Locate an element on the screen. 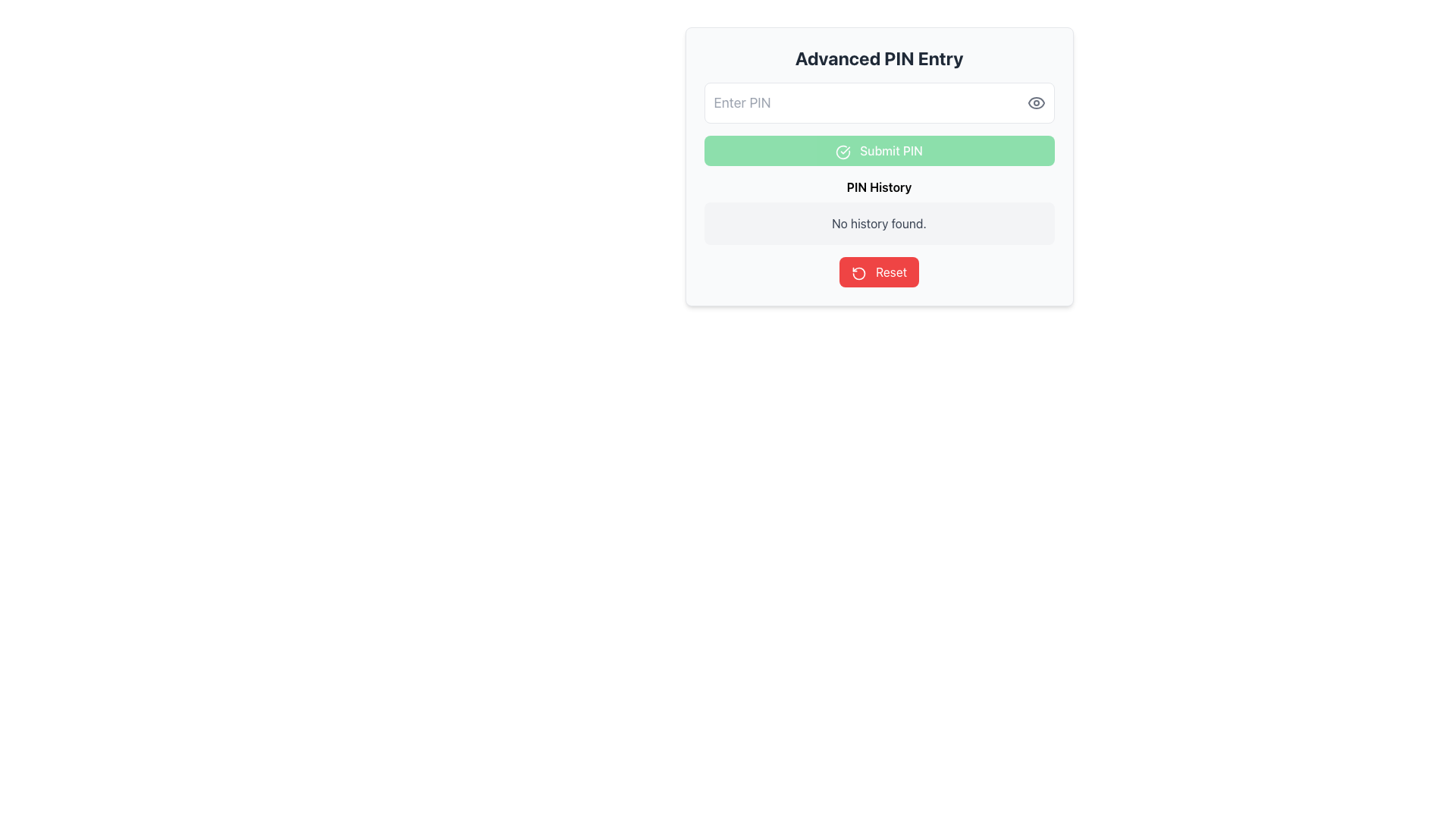 This screenshot has width=1456, height=819. the visibility toggle icon button located immediately to the right of the 'Enter PIN' text field in the 'Advanced PIN Entry' interface is located at coordinates (1035, 102).